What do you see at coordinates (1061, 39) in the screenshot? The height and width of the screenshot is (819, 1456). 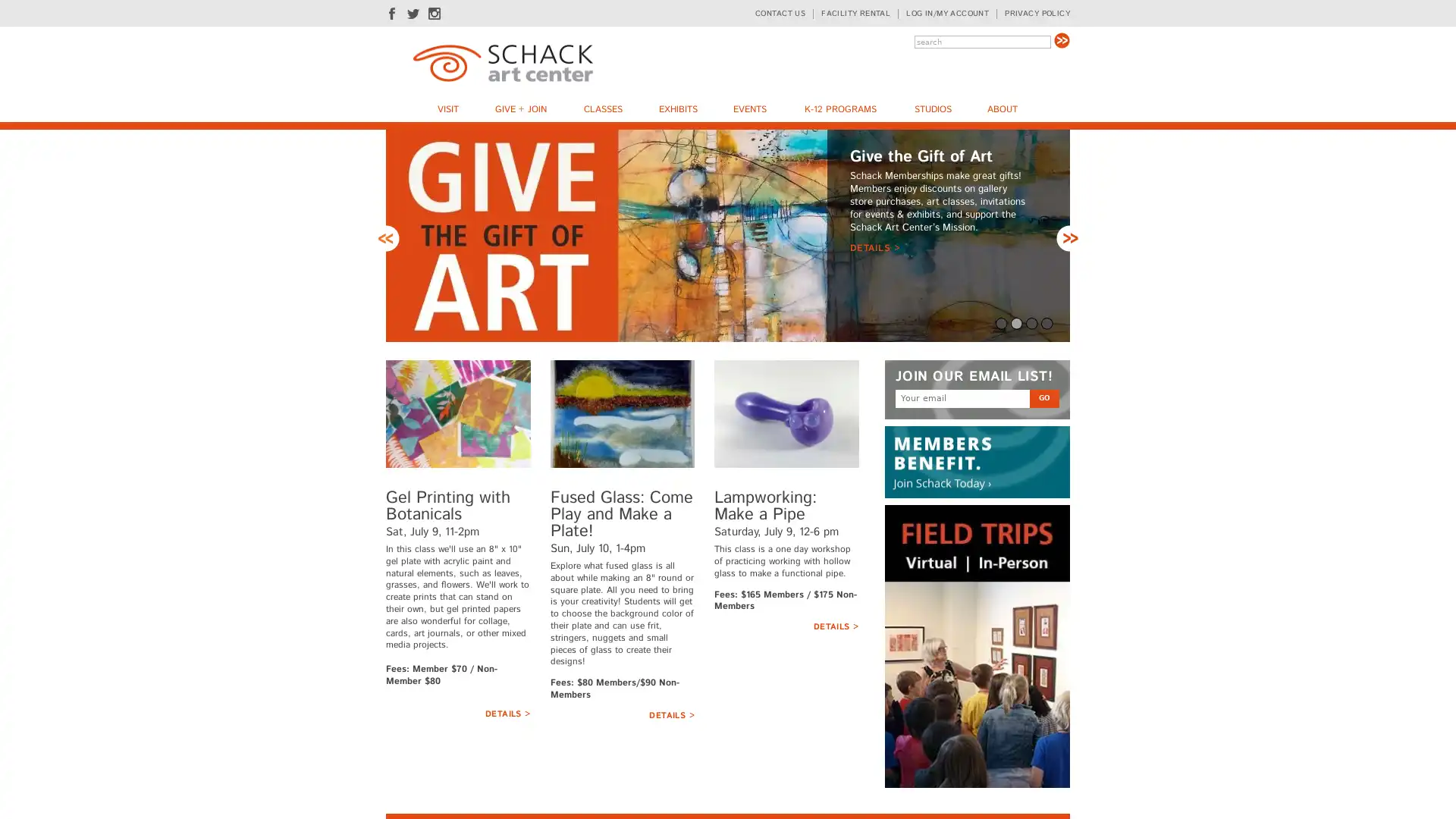 I see `Go` at bounding box center [1061, 39].